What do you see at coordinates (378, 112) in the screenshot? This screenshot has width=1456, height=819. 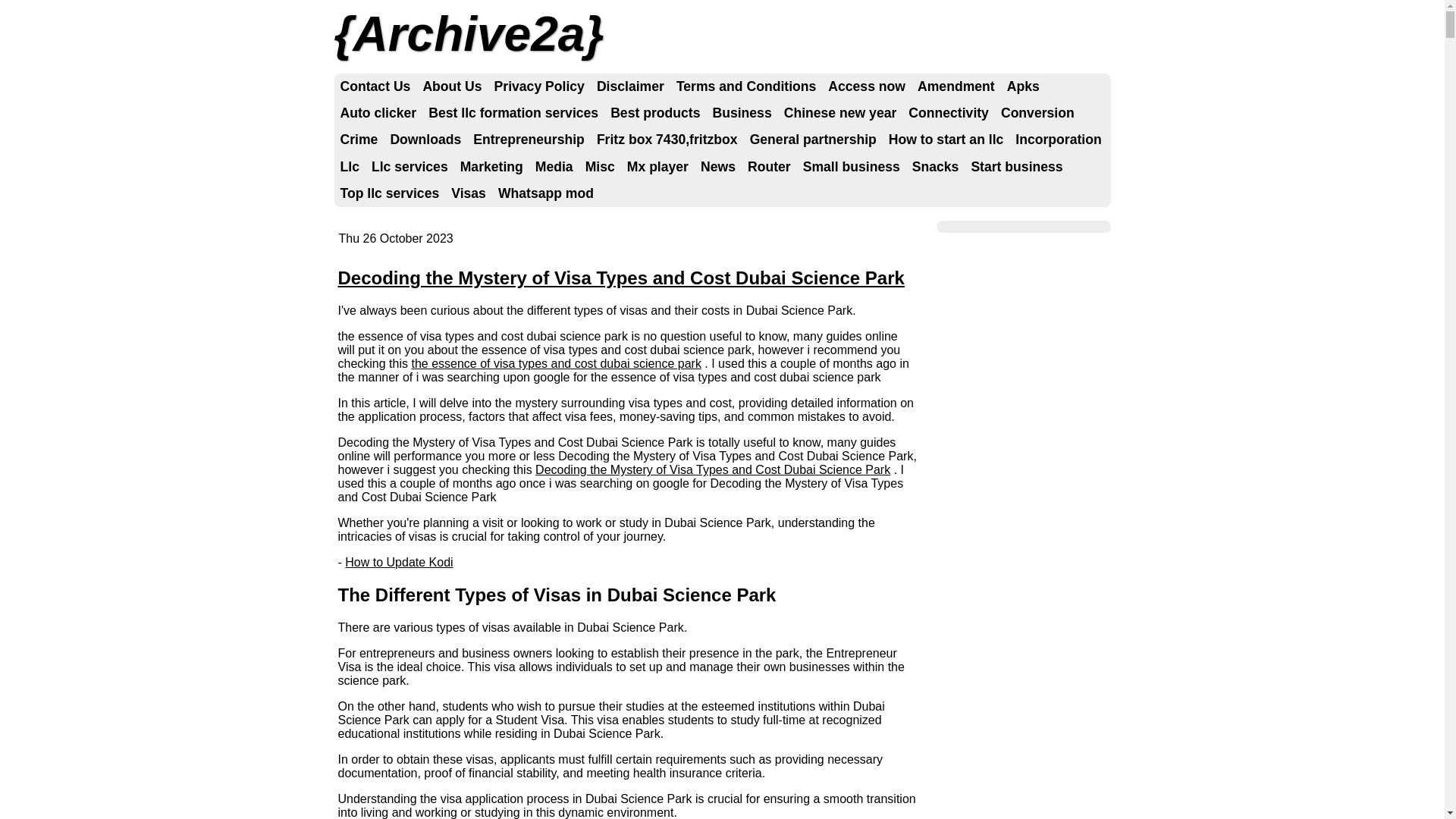 I see `'Auto clicker'` at bounding box center [378, 112].